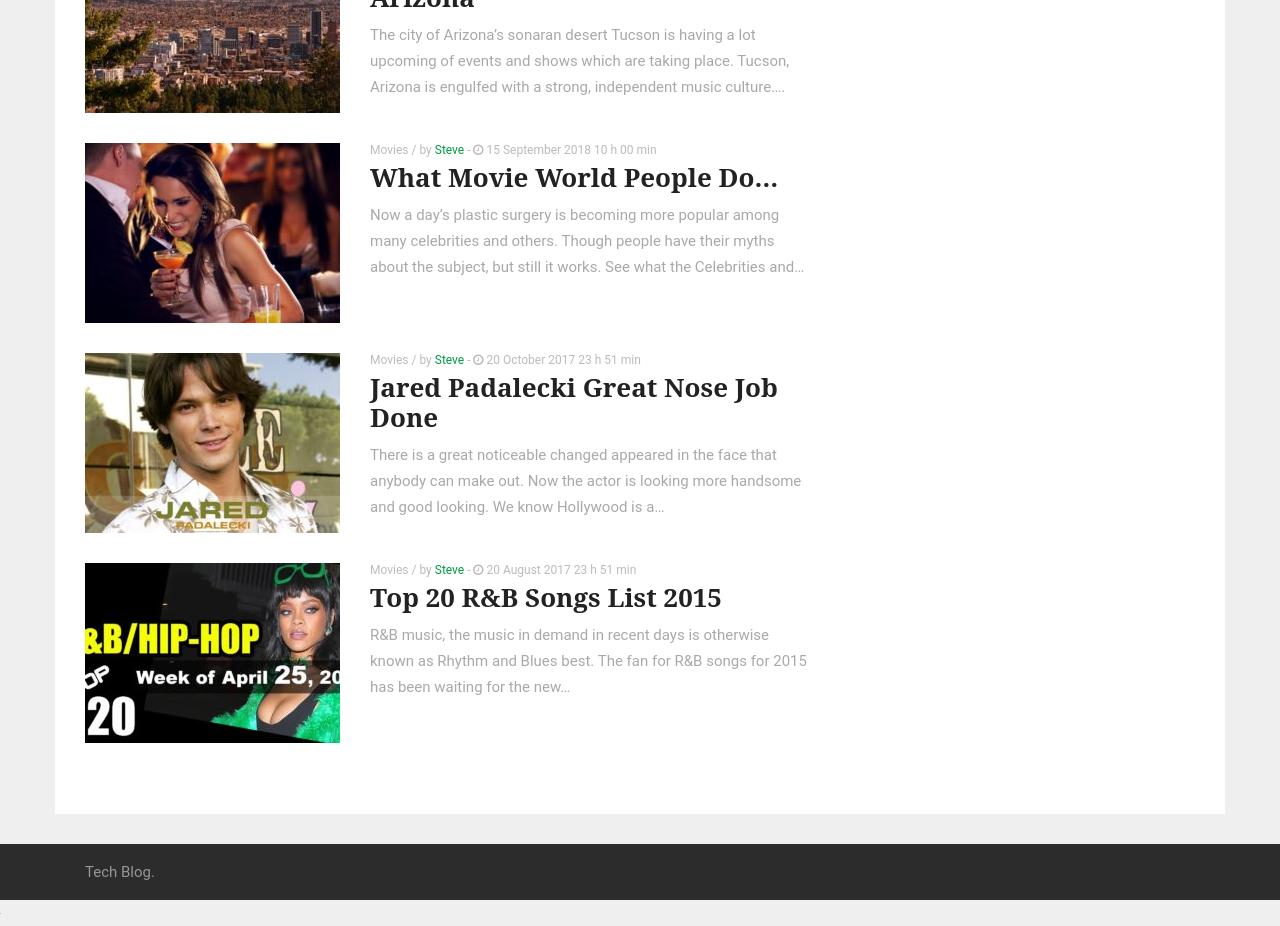 The width and height of the screenshot is (1280, 926). What do you see at coordinates (118, 870) in the screenshot?
I see `'Tech Blog.'` at bounding box center [118, 870].